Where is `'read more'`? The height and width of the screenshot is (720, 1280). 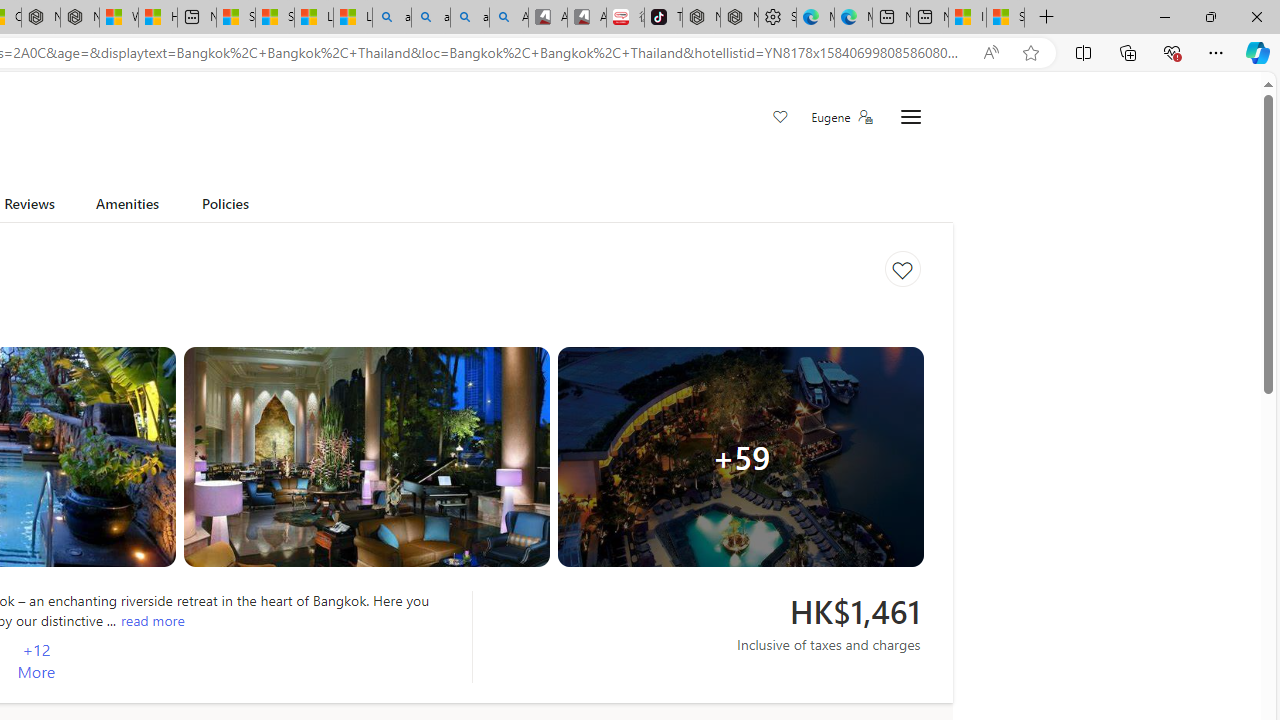
'read more' is located at coordinates (151, 620).